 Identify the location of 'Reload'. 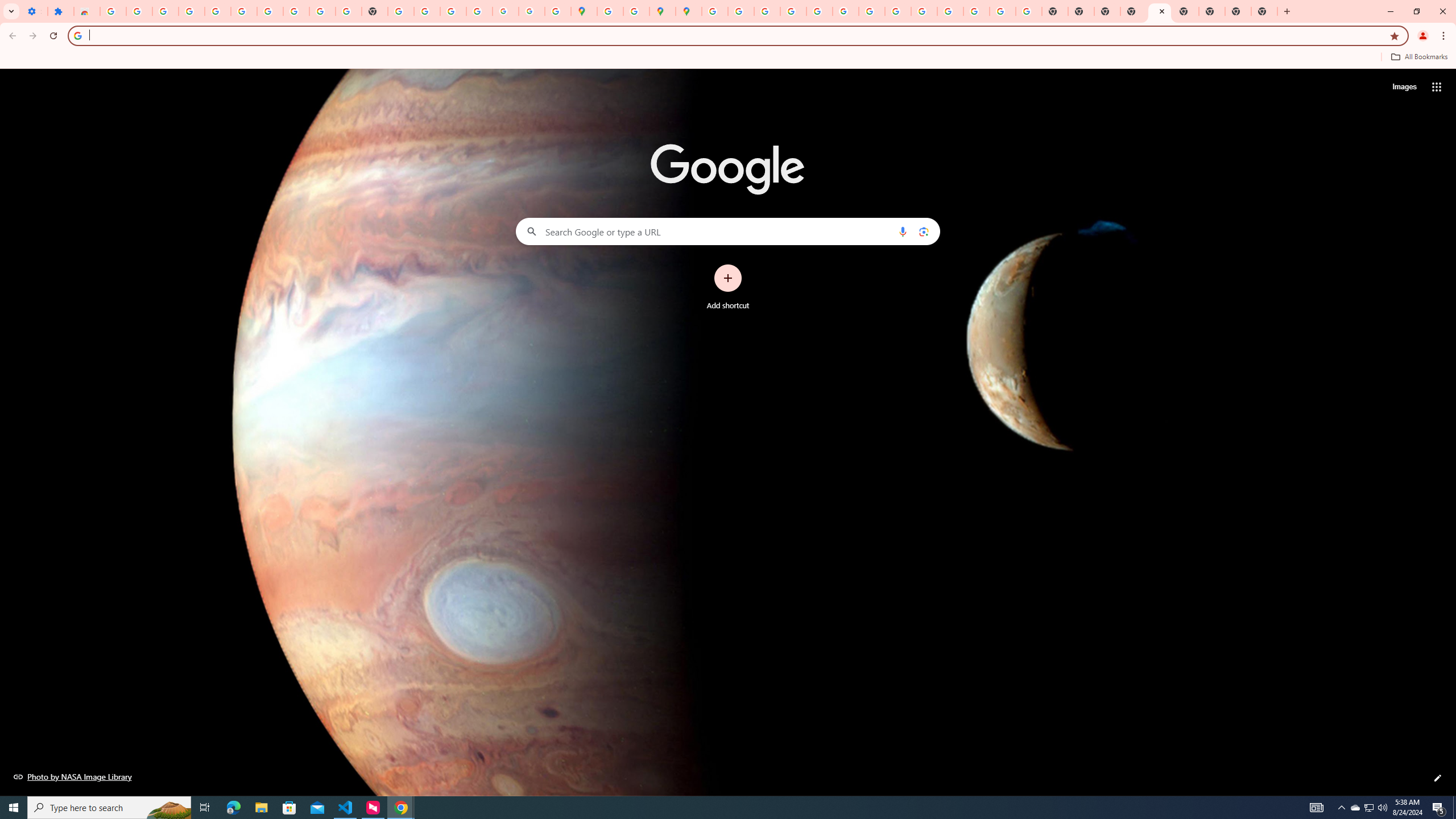
(53, 35).